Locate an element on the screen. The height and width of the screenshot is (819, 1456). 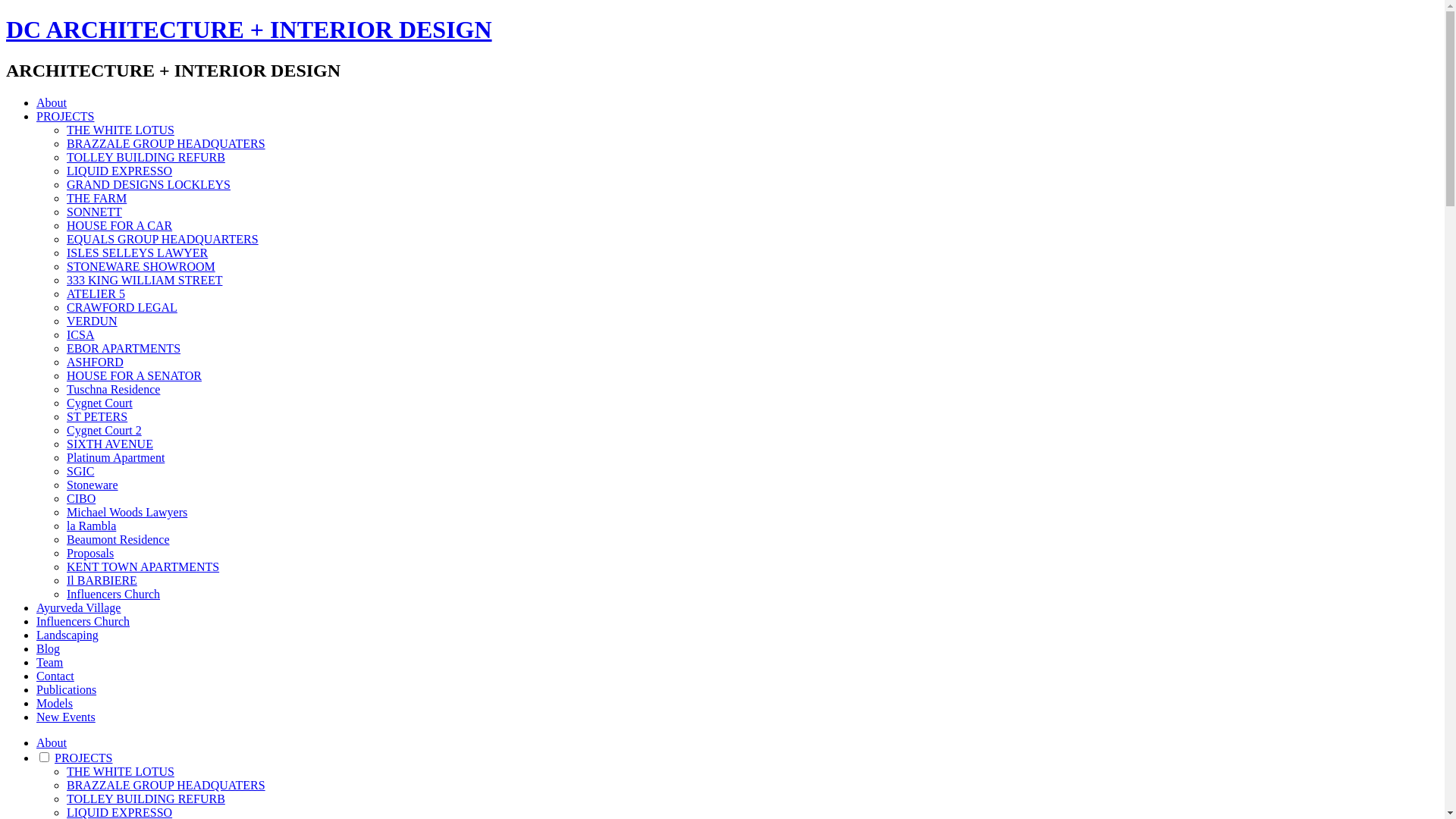
'Publications' is located at coordinates (65, 689).